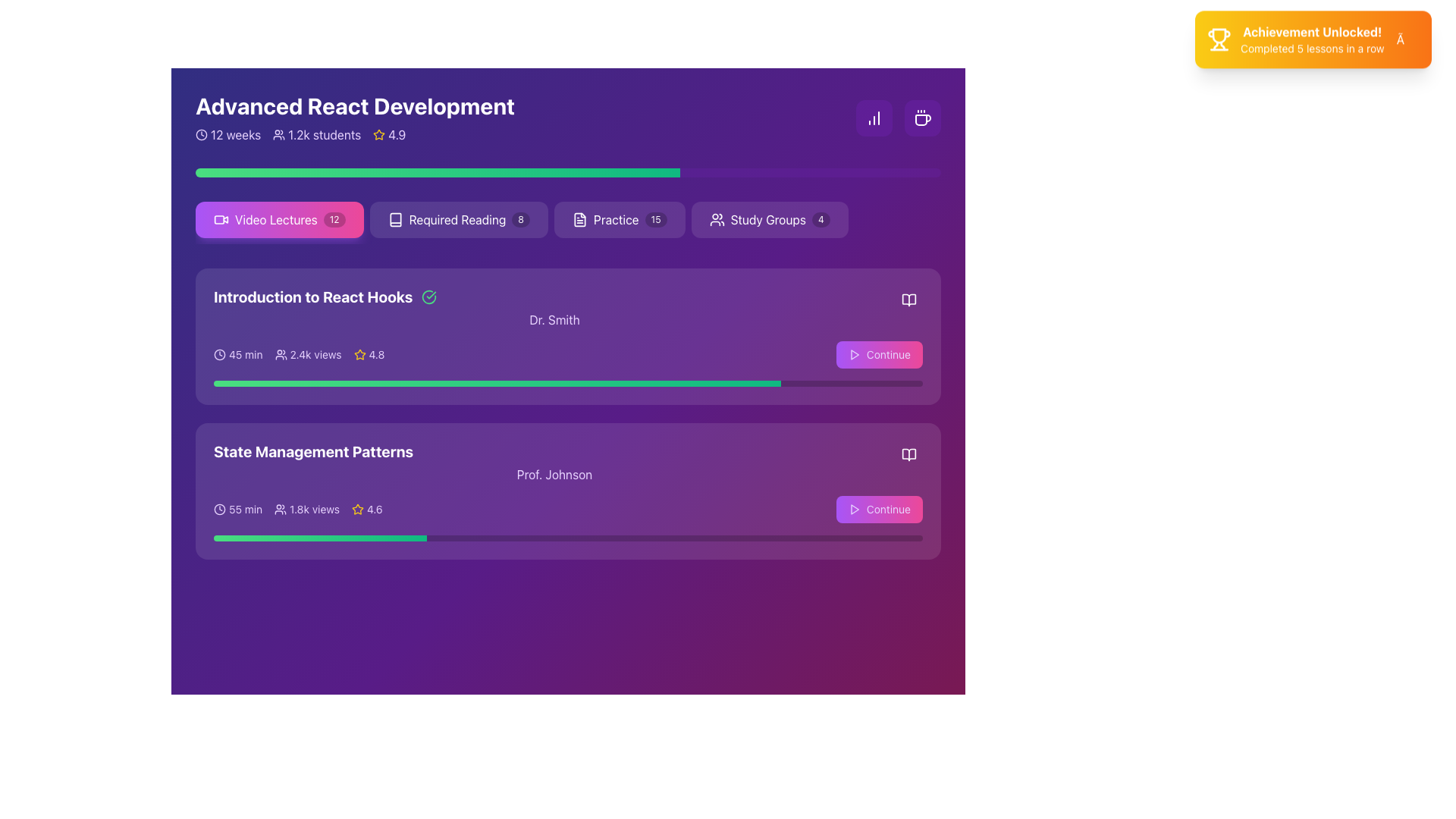 This screenshot has width=1456, height=819. What do you see at coordinates (218, 509) in the screenshot?
I see `the small clock icon, which is a line-art style icon with clock hands located at the beginning of the '55 min' text under the 'State Management Patterns' section` at bounding box center [218, 509].